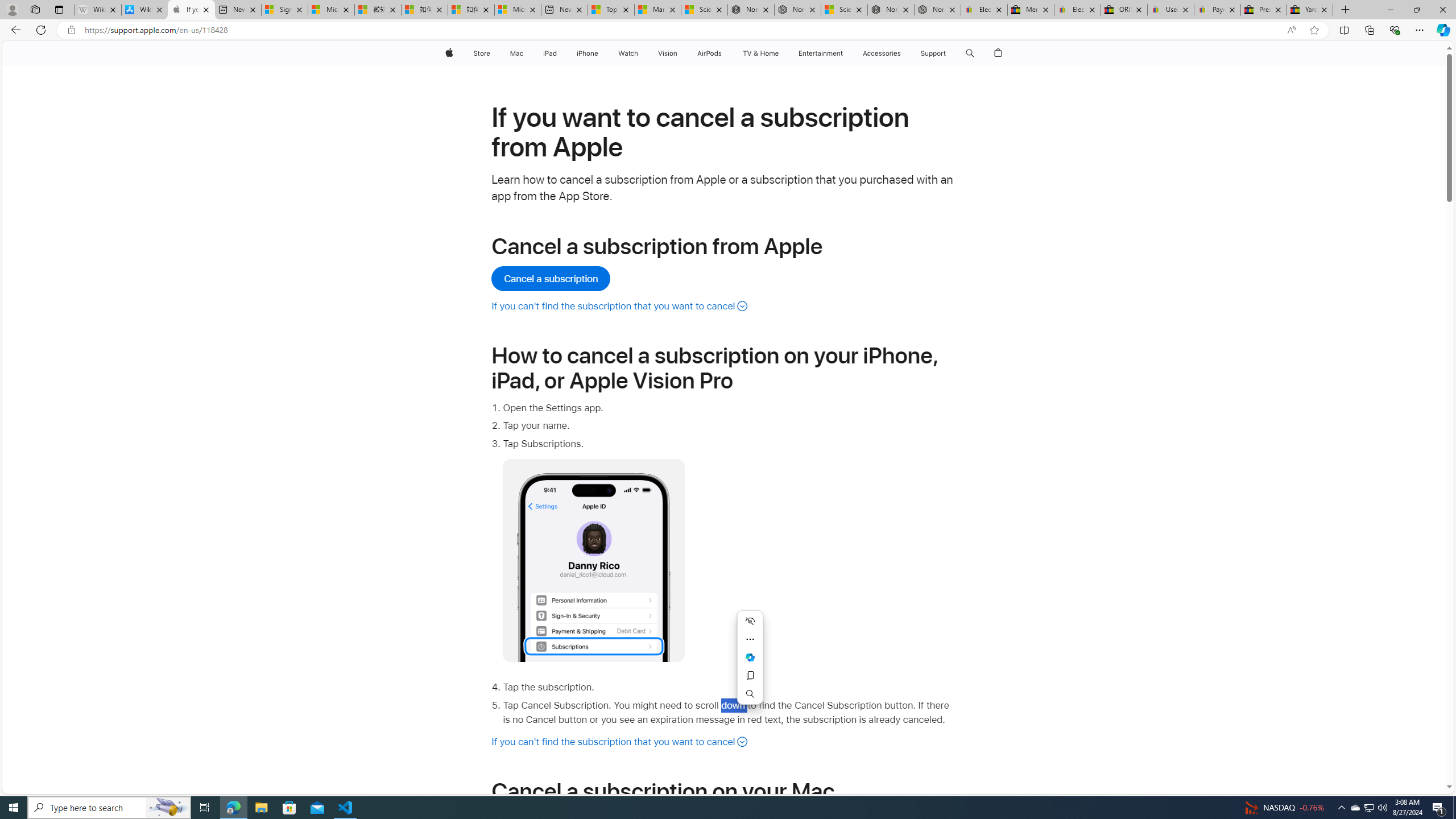 Image resolution: width=1456 pixels, height=819 pixels. Describe the element at coordinates (517, 9) in the screenshot. I see `'Microsoft account | Account Checkup'` at that location.